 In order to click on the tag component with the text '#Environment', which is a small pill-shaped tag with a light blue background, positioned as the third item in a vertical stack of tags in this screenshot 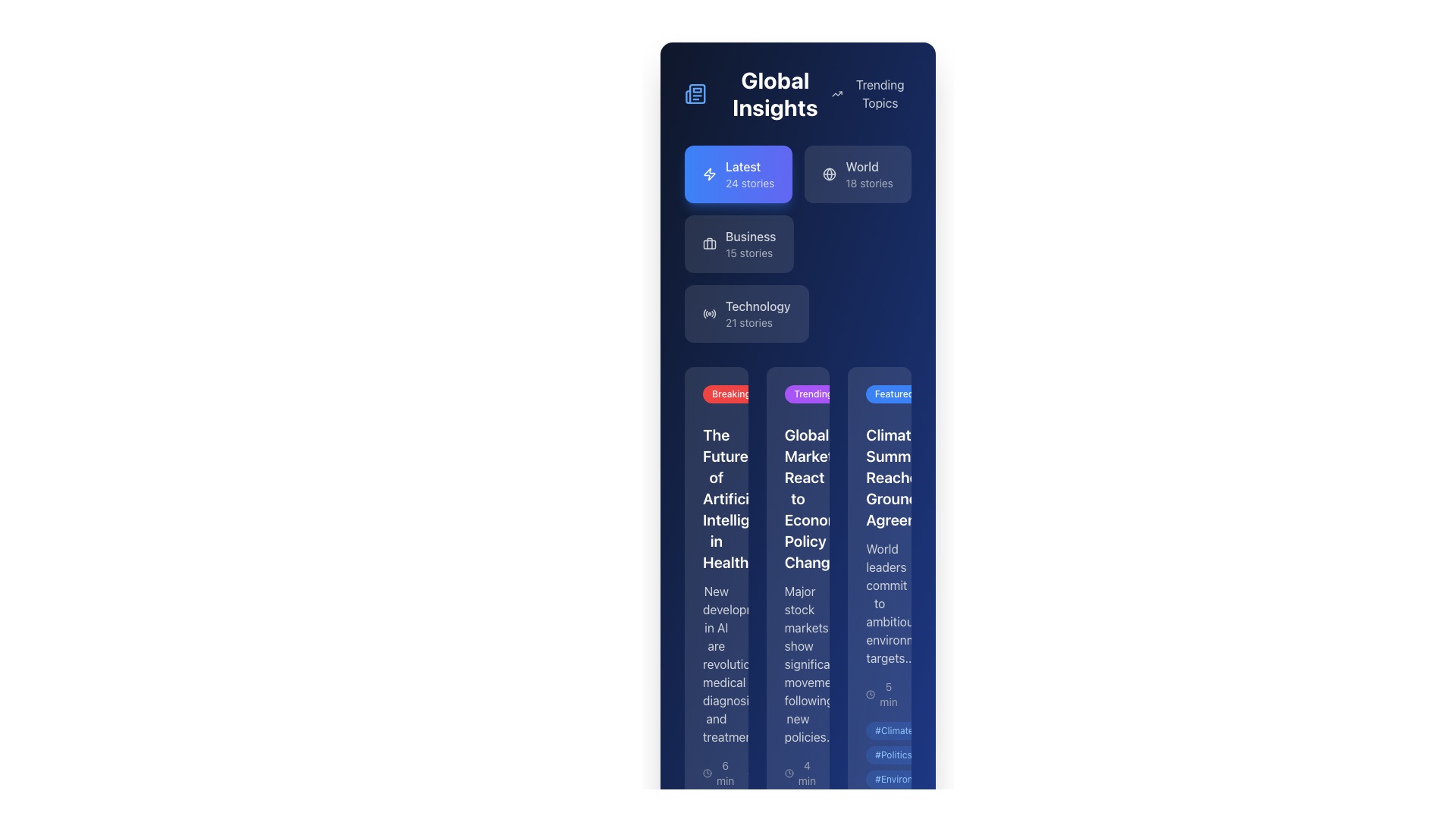, I will do `click(905, 780)`.